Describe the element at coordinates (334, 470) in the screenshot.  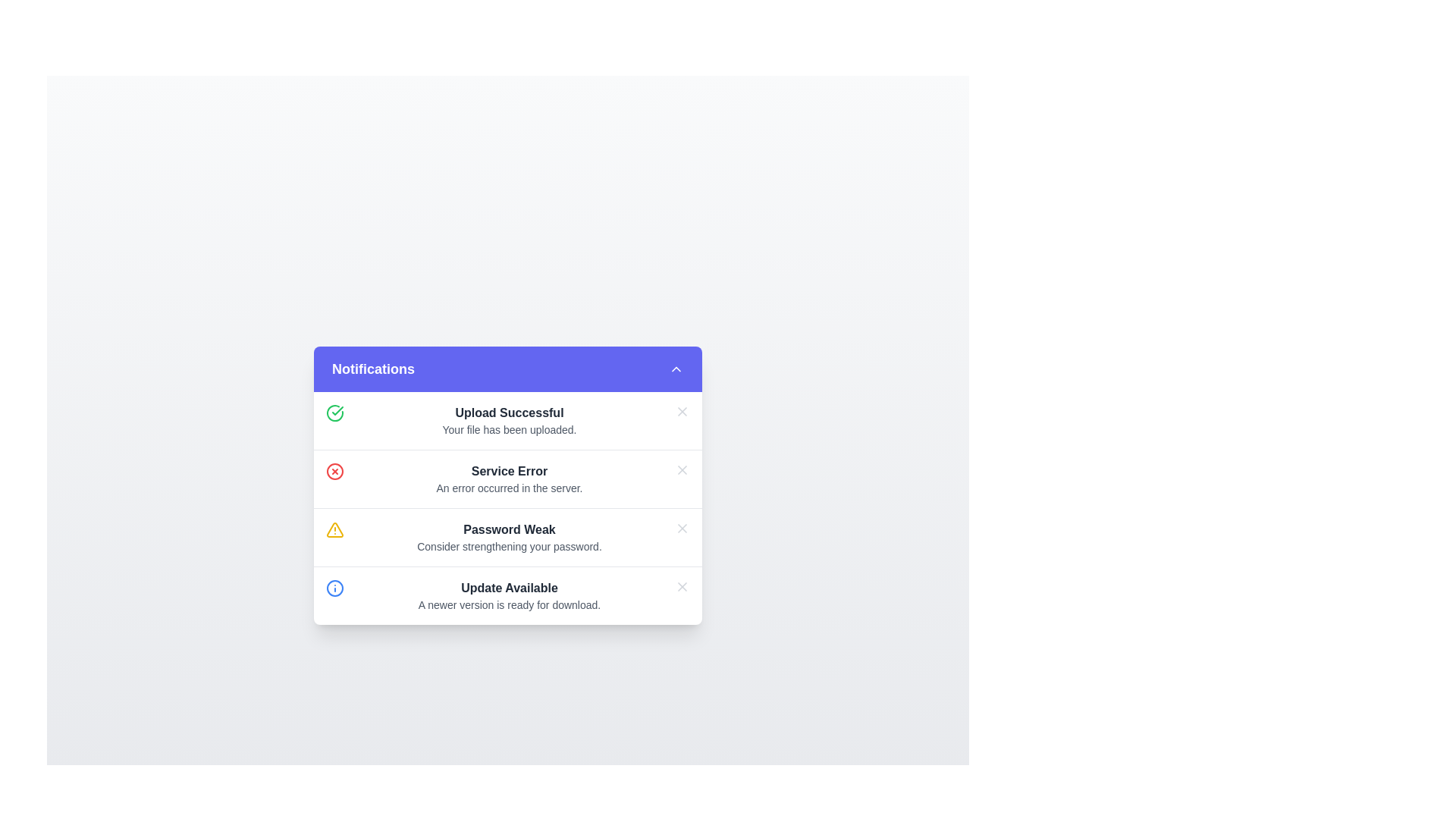
I see `the error icon representing a 'Service Error' in the notification list, located to the left of the error description text` at that location.